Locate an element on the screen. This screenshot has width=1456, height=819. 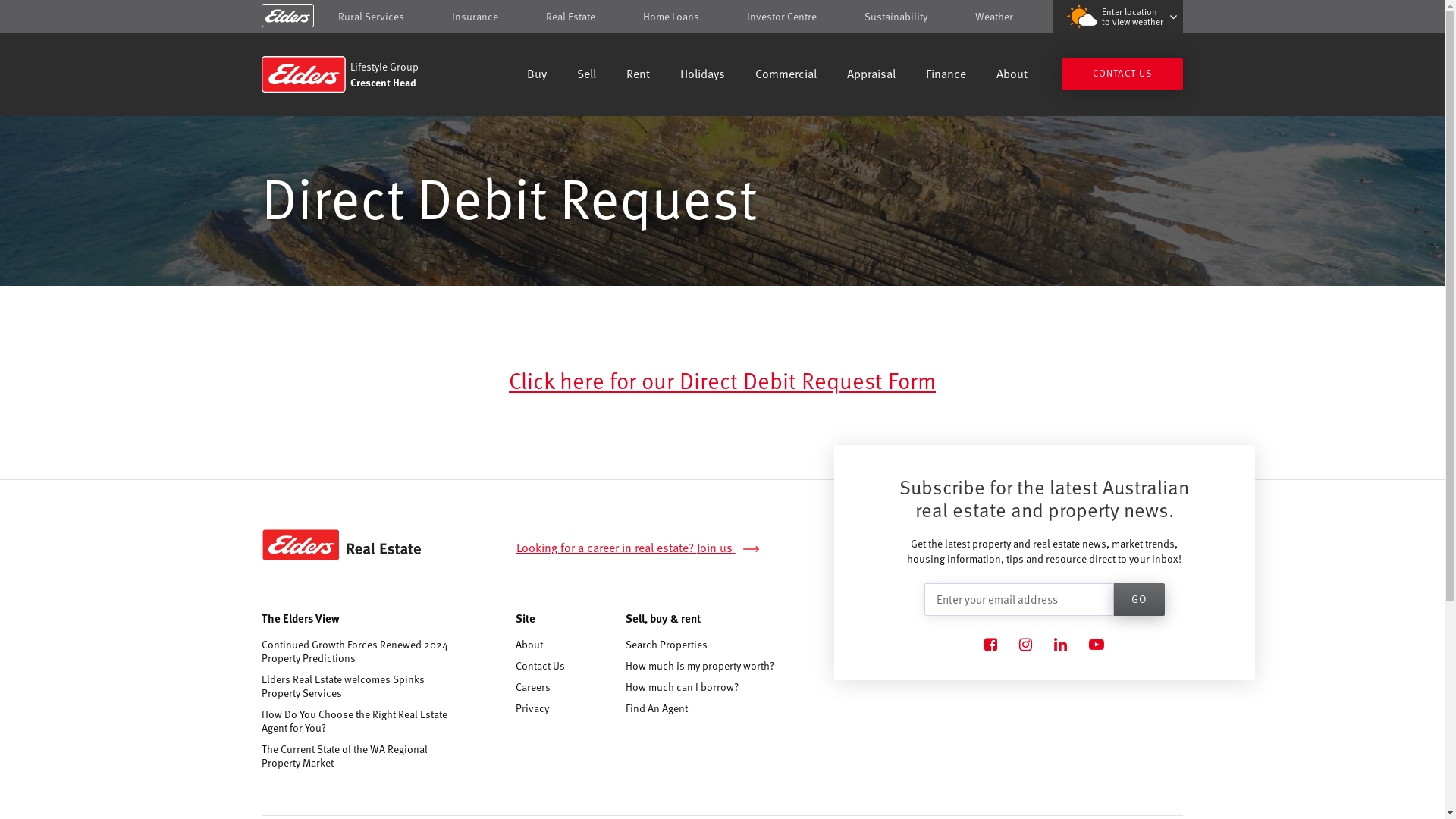
'How much can I borrow?' is located at coordinates (626, 686).